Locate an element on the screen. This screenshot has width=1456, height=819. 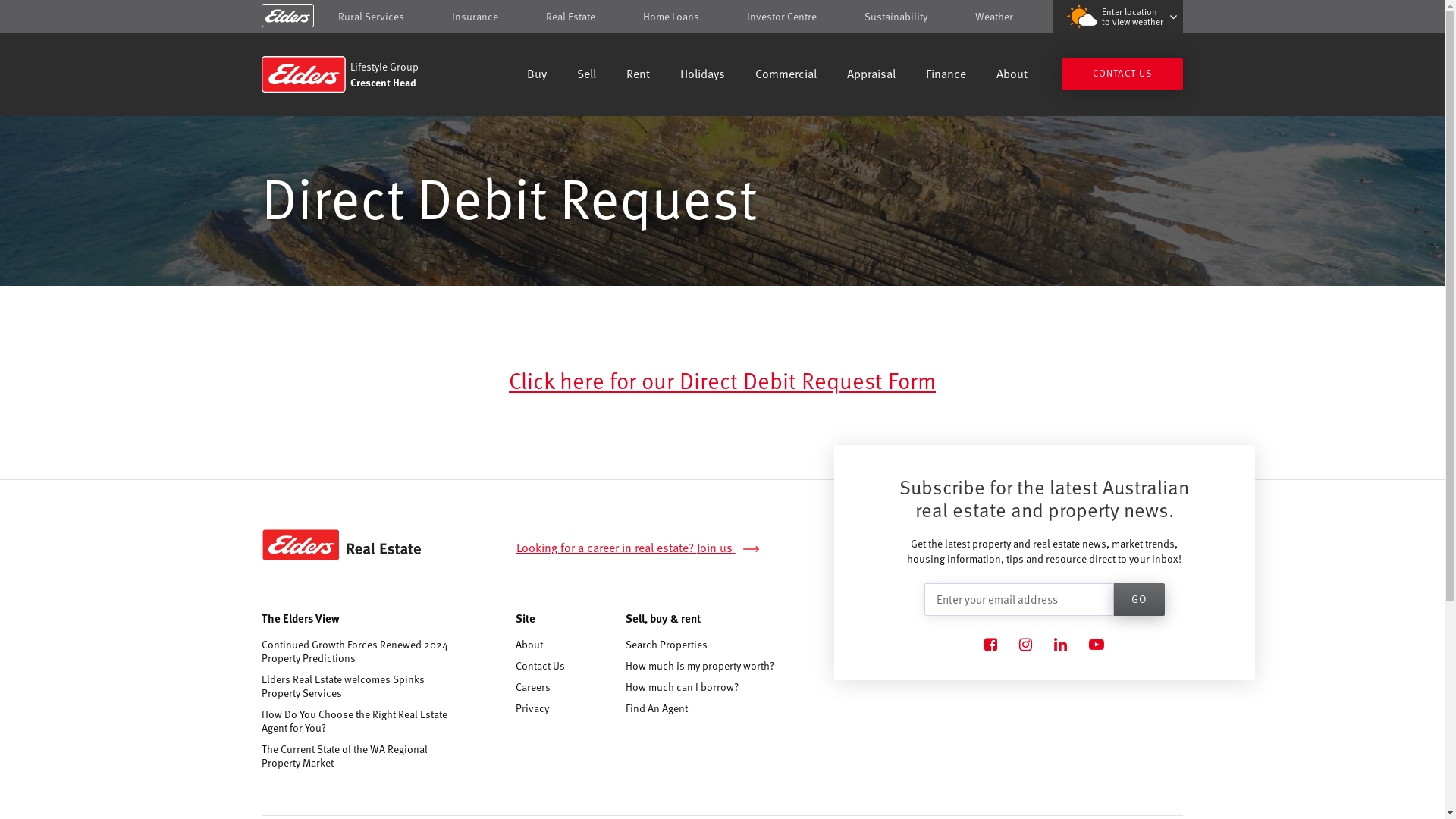
'How much can I borrow?' is located at coordinates (626, 686).